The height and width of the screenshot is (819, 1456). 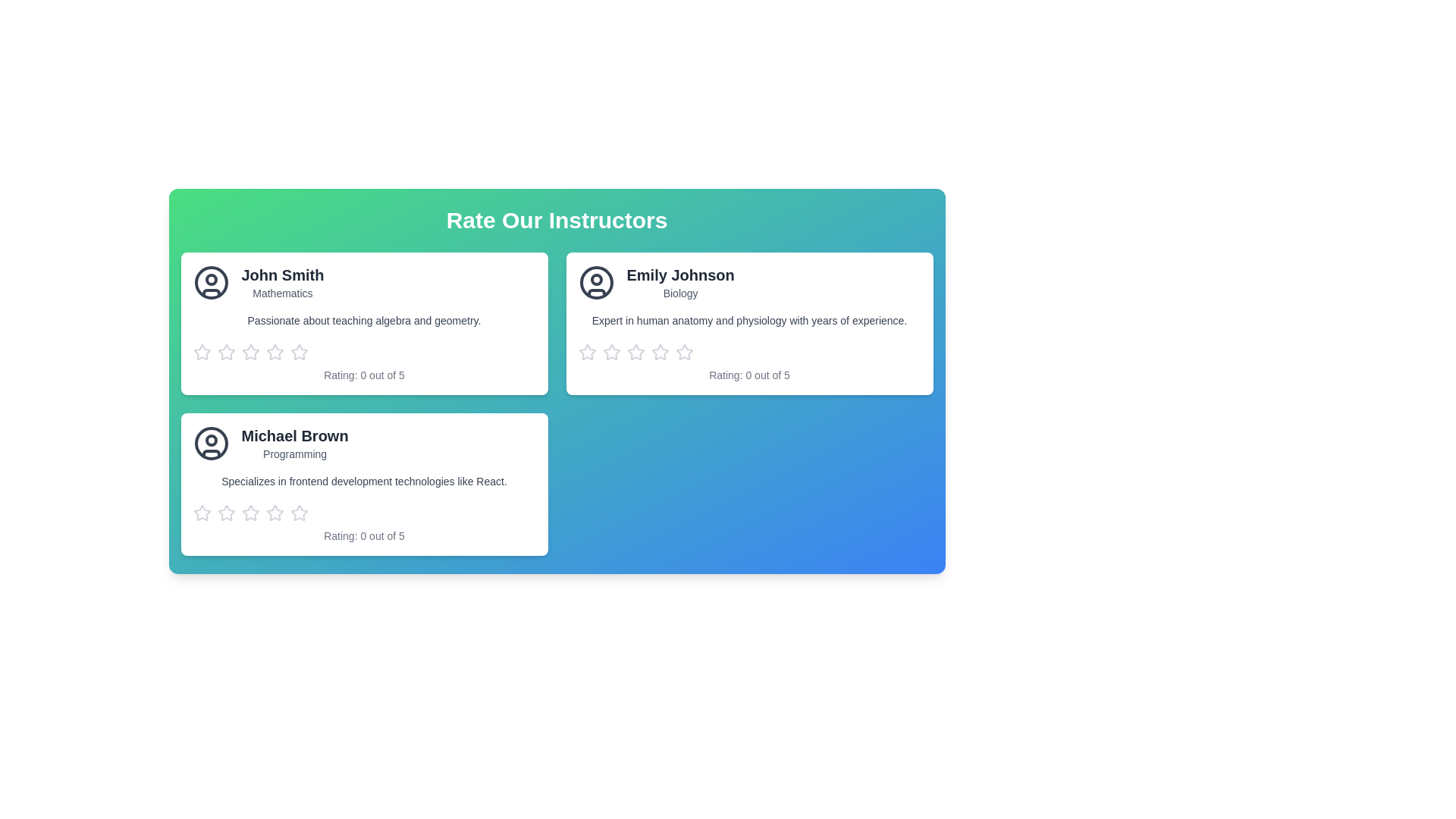 What do you see at coordinates (683, 353) in the screenshot?
I see `the fifth star-shaped icon in the five-star rating component below the instructor card for Emily Johnson` at bounding box center [683, 353].